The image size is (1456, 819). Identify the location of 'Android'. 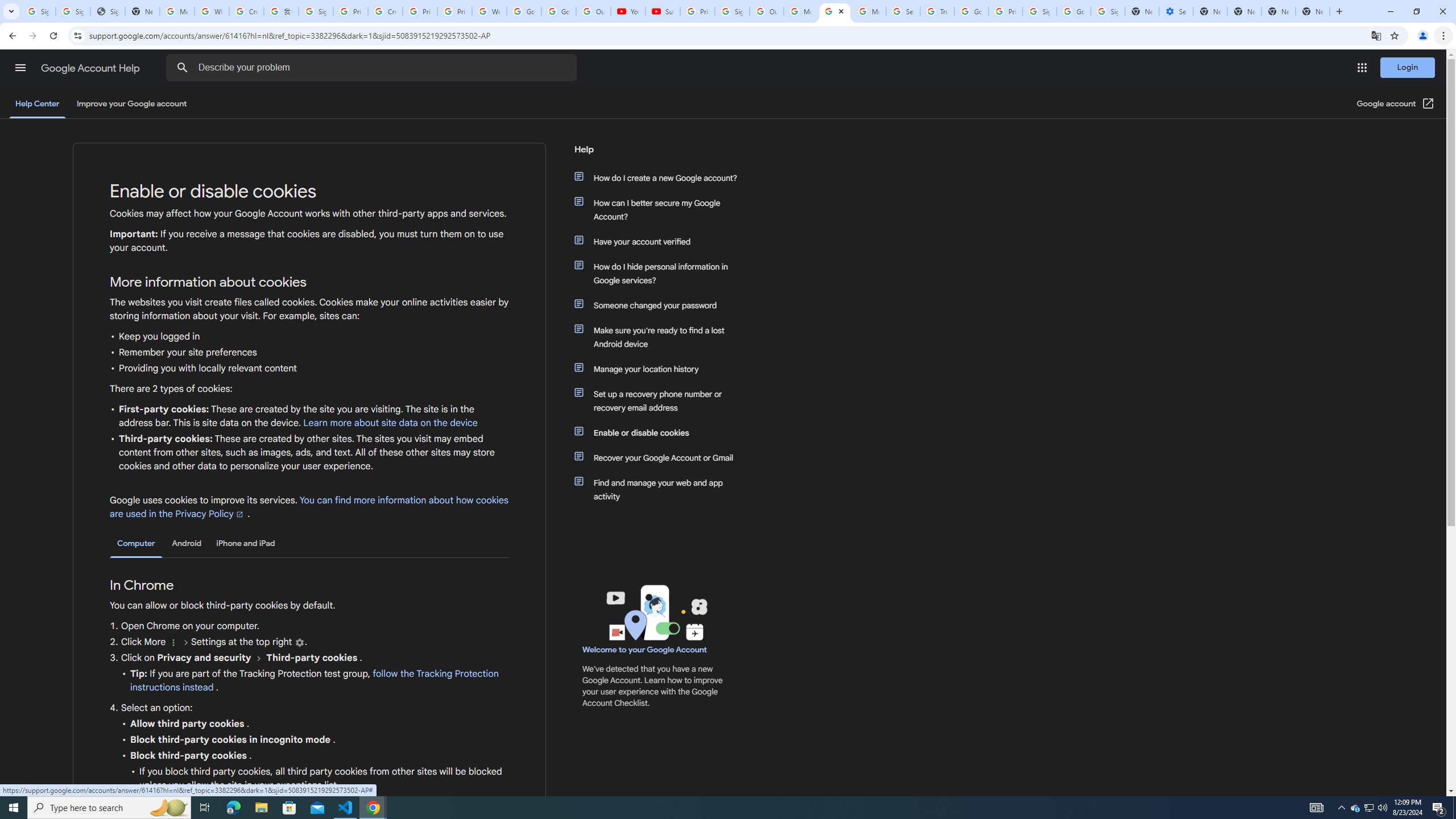
(186, 543).